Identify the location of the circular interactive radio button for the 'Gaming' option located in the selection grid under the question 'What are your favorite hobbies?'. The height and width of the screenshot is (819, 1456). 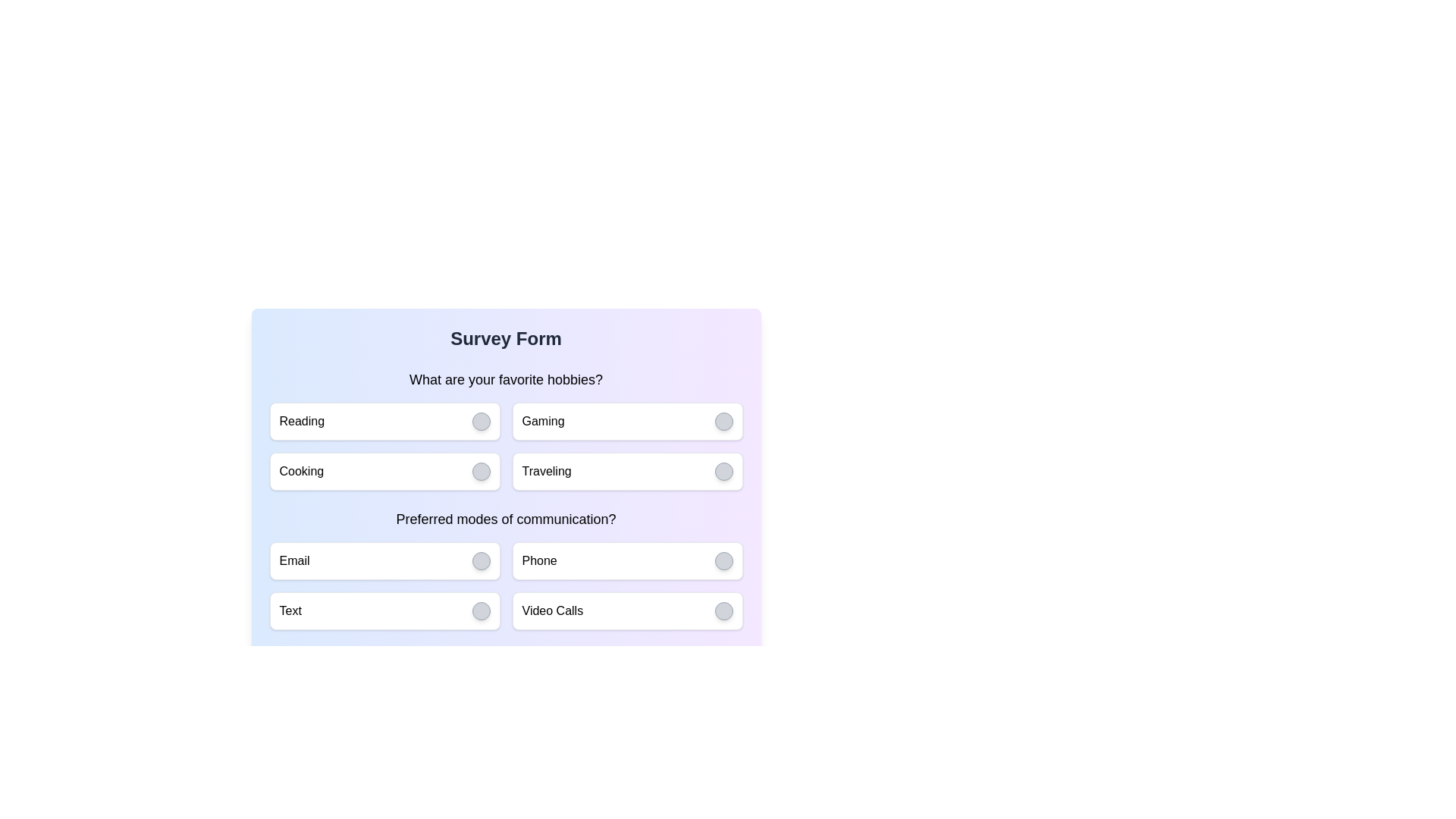
(627, 421).